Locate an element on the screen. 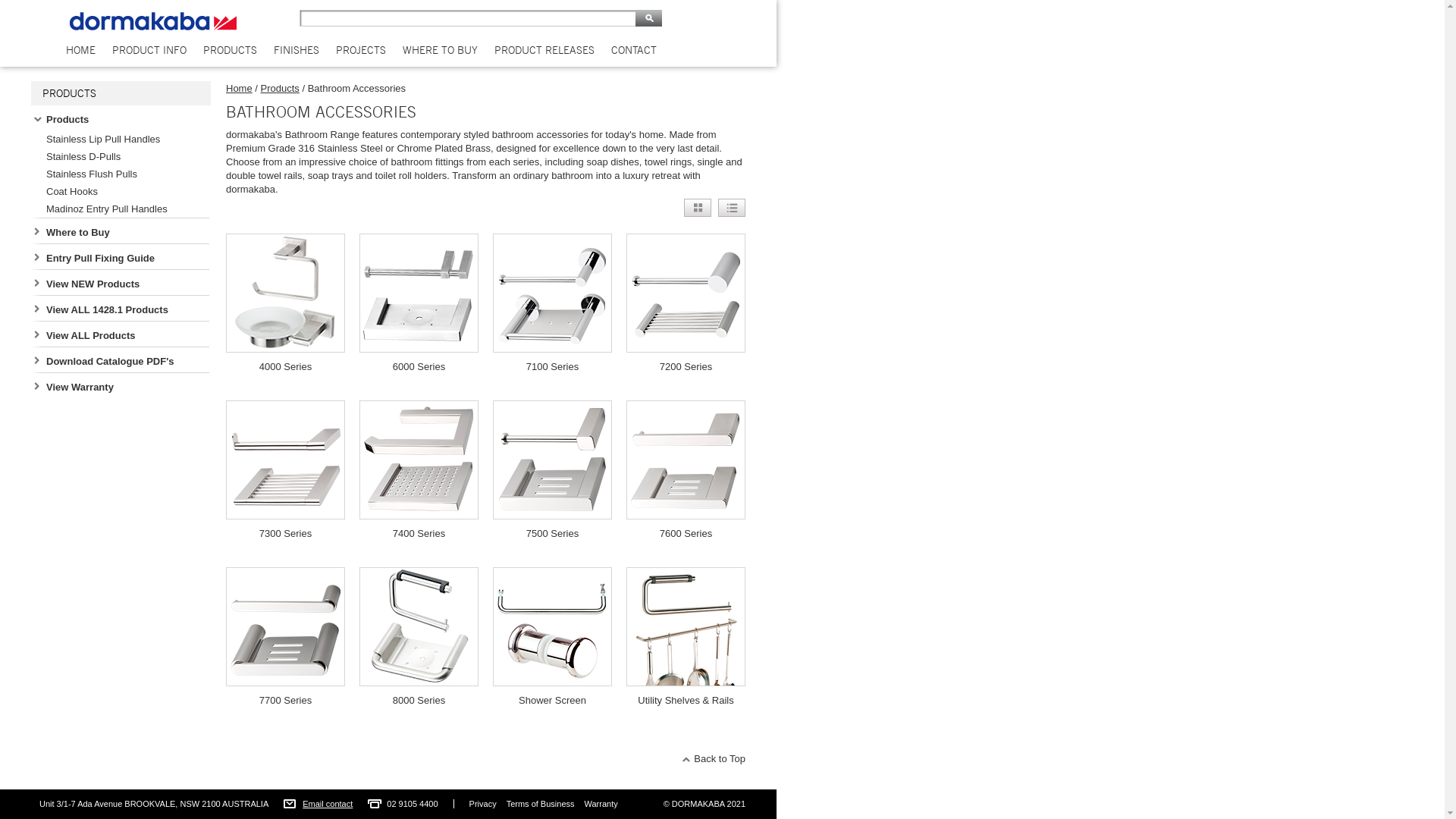 This screenshot has width=1456, height=819. 'Email contact' is located at coordinates (327, 803).